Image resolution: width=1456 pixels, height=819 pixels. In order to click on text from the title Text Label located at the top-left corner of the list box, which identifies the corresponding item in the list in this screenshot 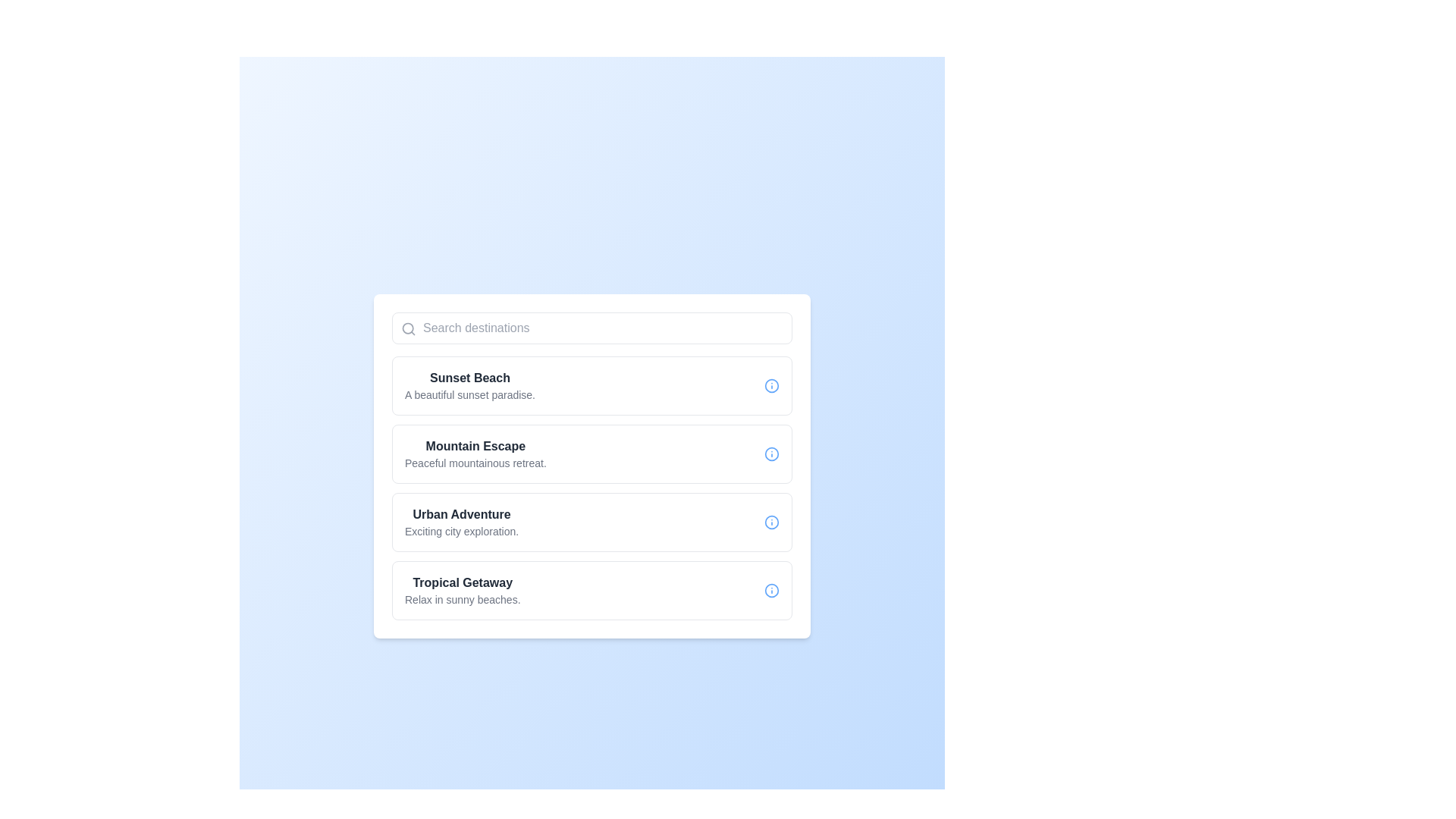, I will do `click(469, 377)`.